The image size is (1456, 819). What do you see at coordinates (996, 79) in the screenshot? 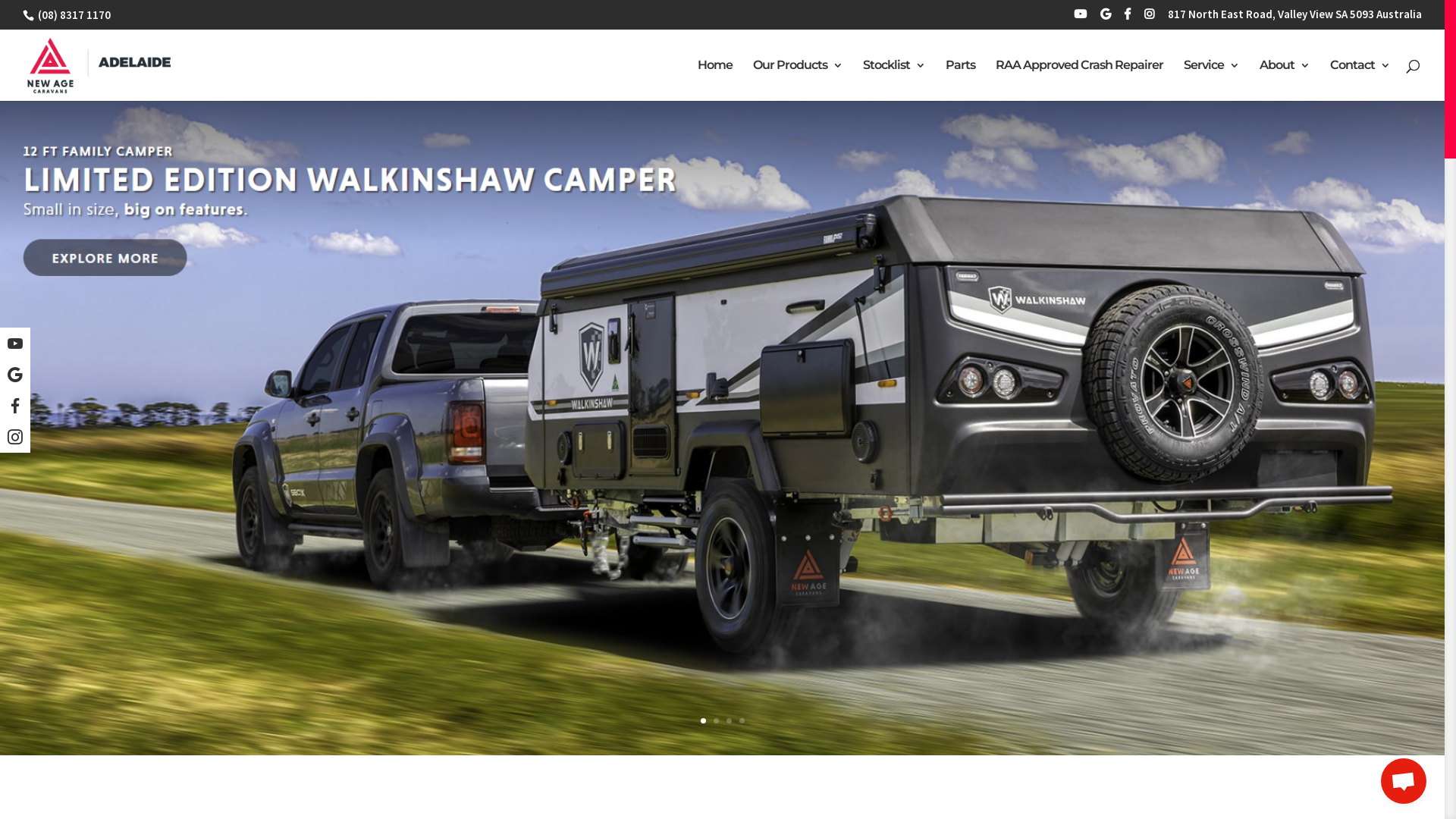
I see `'RAA Approved Crash Repairer'` at bounding box center [996, 79].